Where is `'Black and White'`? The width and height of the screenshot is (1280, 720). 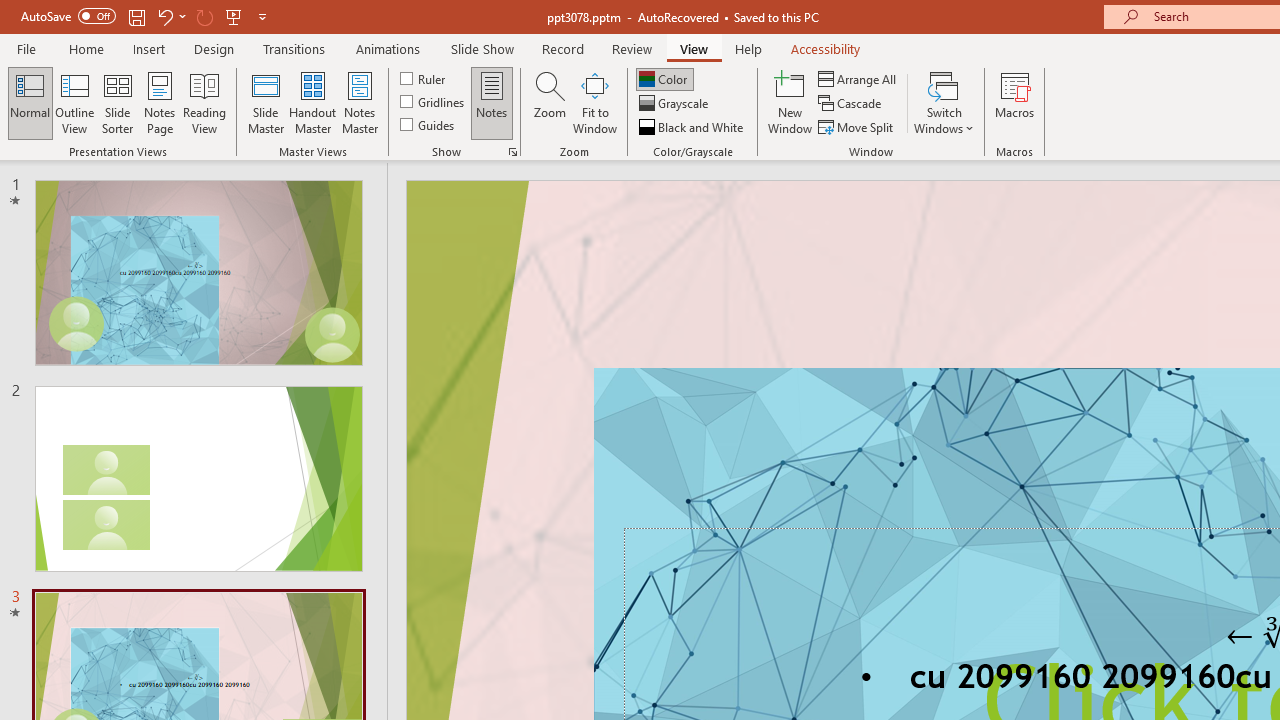 'Black and White' is located at coordinates (693, 127).